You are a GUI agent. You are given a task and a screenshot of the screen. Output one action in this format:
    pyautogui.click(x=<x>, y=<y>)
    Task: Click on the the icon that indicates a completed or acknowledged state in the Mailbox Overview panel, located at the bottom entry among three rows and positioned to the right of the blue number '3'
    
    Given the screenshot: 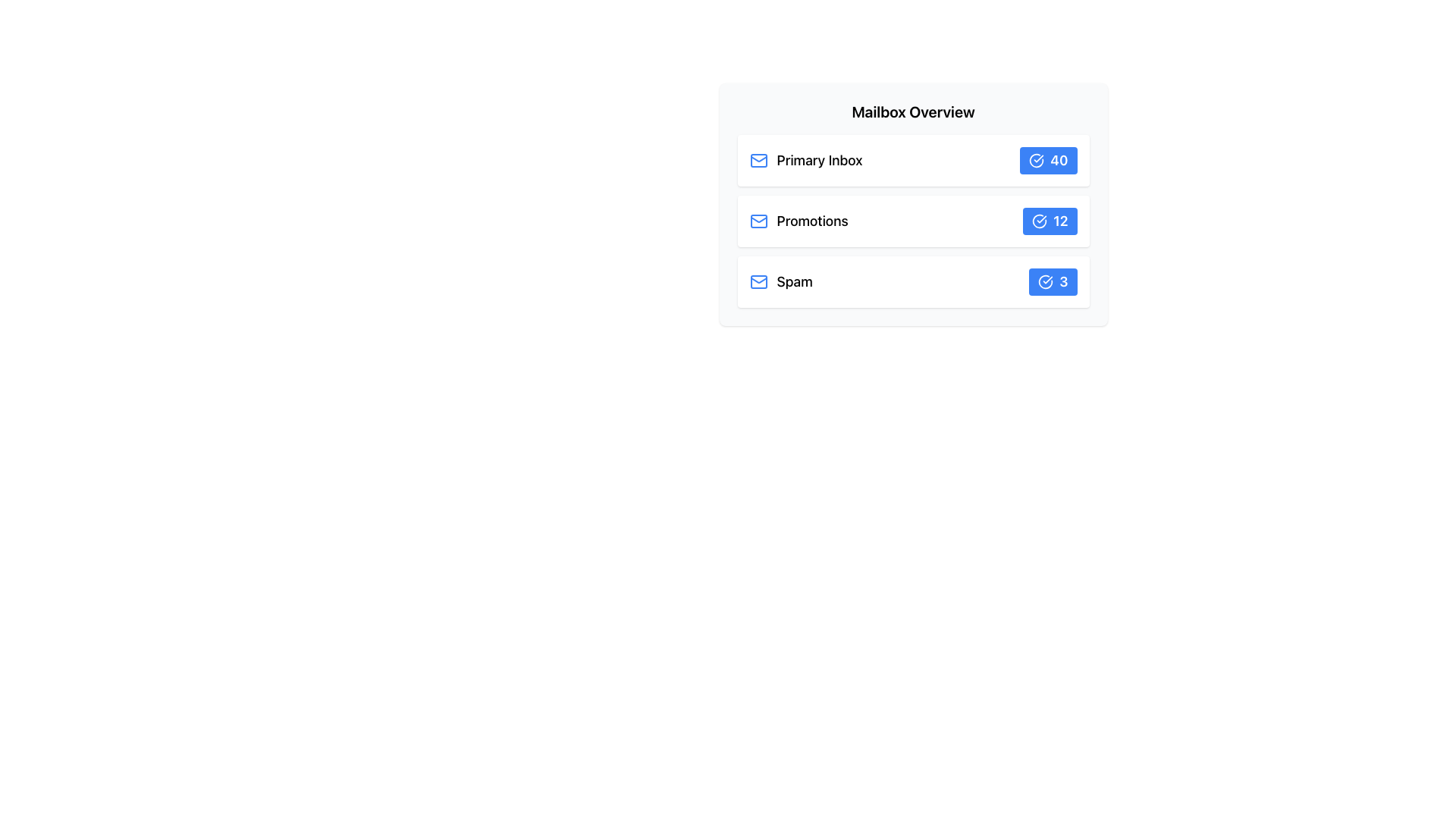 What is the action you would take?
    pyautogui.click(x=1045, y=281)
    